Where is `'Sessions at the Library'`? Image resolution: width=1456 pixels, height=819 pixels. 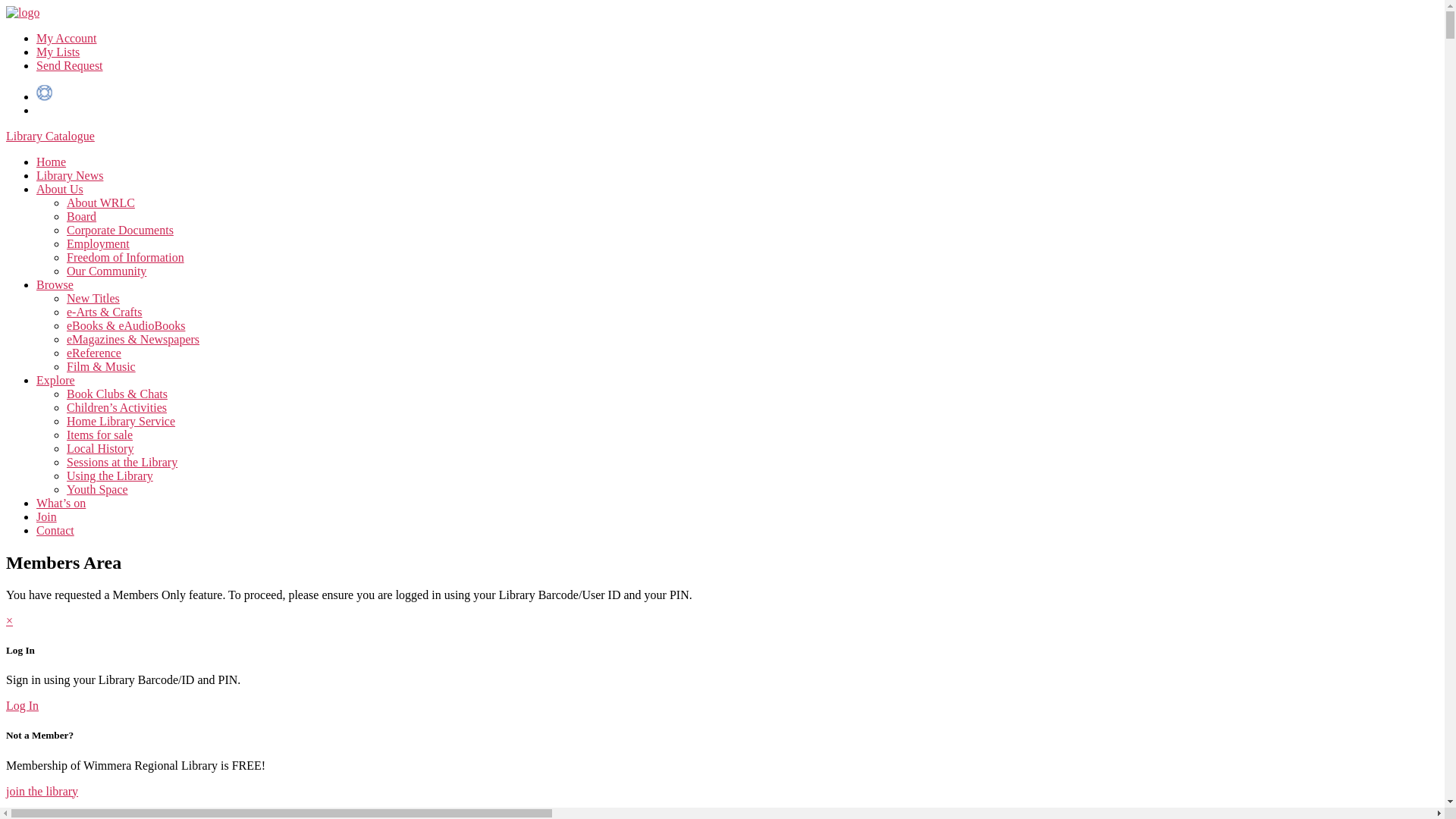 'Sessions at the Library' is located at coordinates (65, 461).